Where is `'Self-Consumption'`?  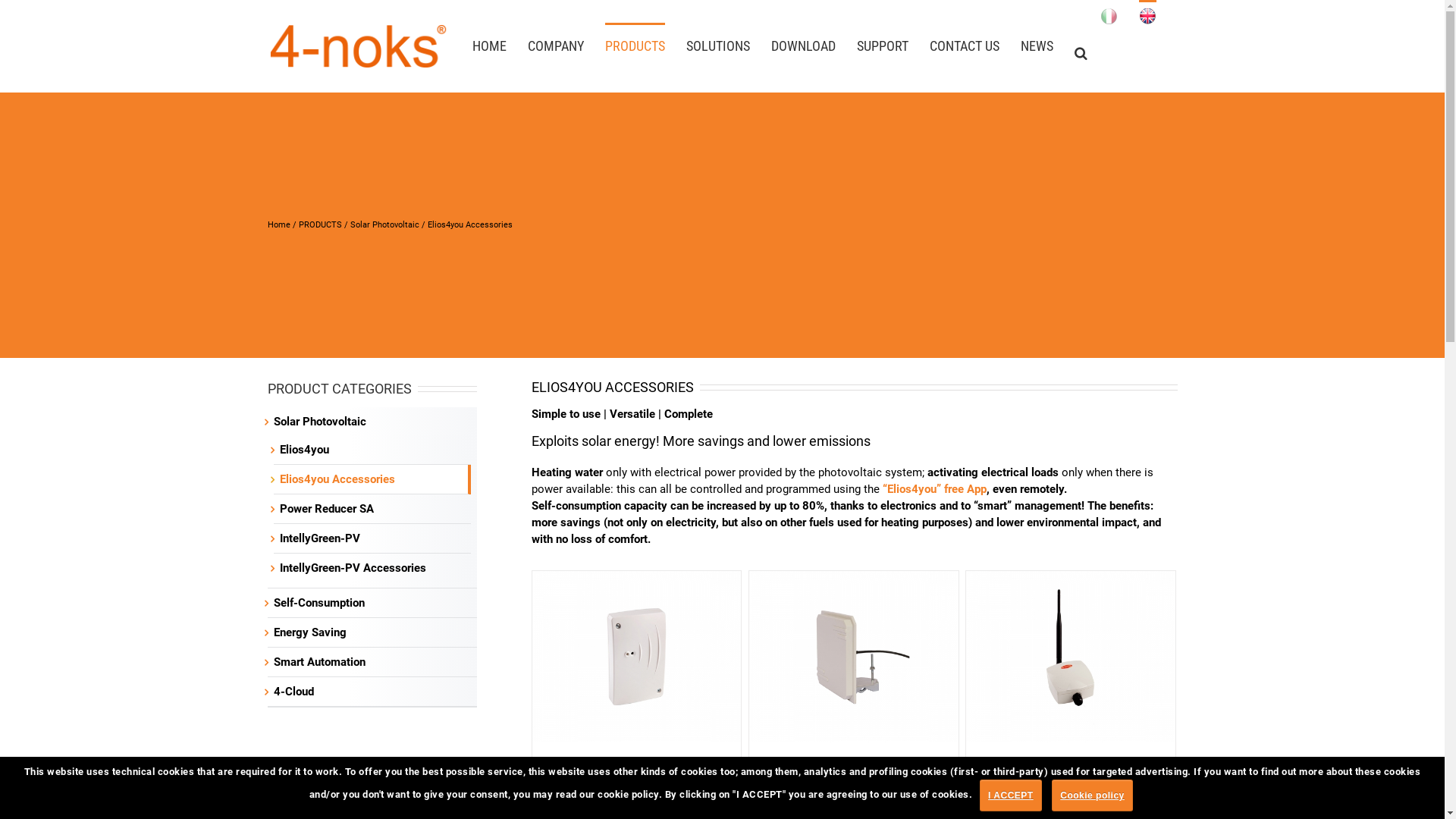
'Self-Consumption' is located at coordinates (318, 601).